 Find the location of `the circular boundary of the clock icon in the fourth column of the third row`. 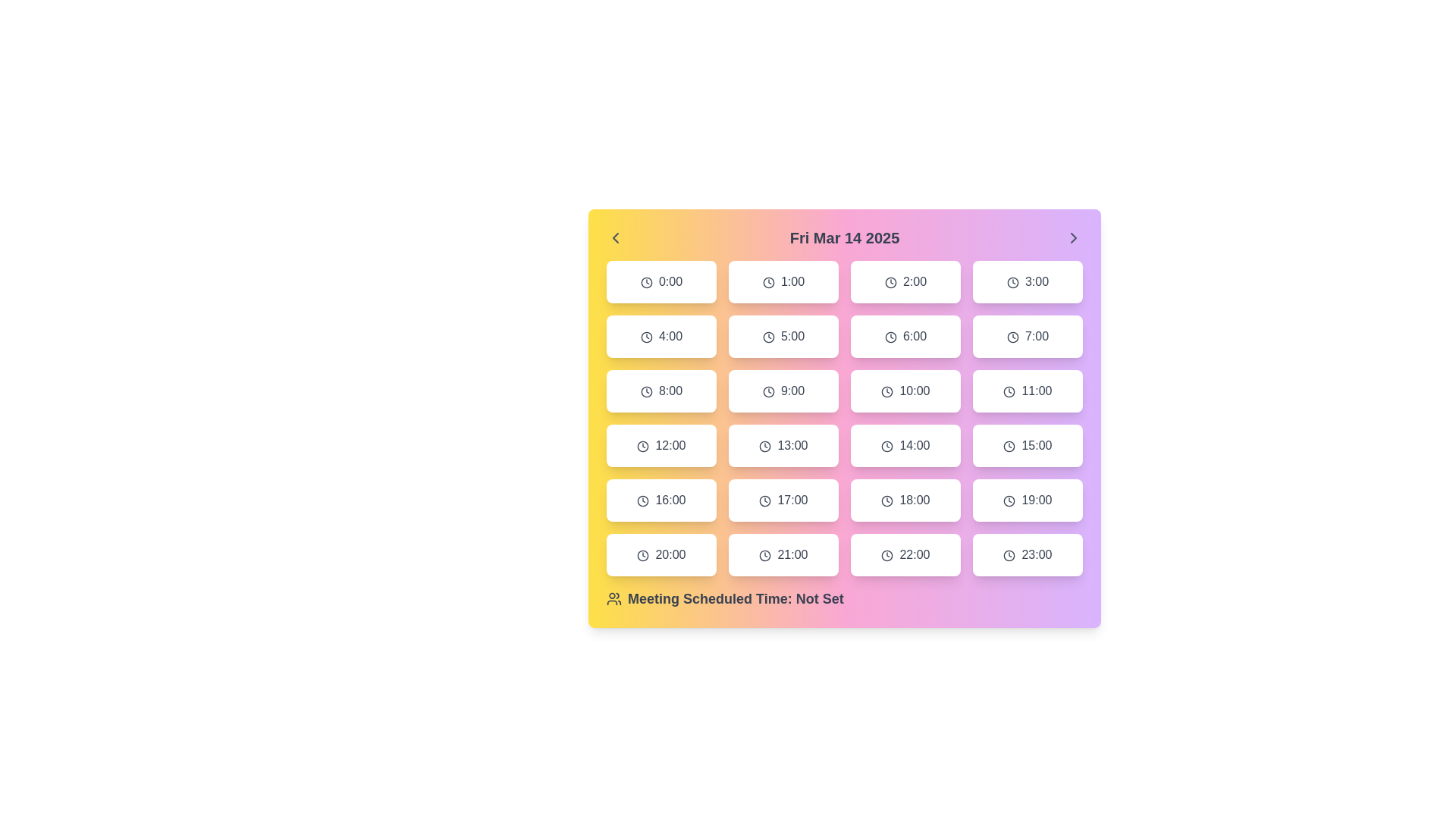

the circular boundary of the clock icon in the fourth column of the third row is located at coordinates (887, 445).